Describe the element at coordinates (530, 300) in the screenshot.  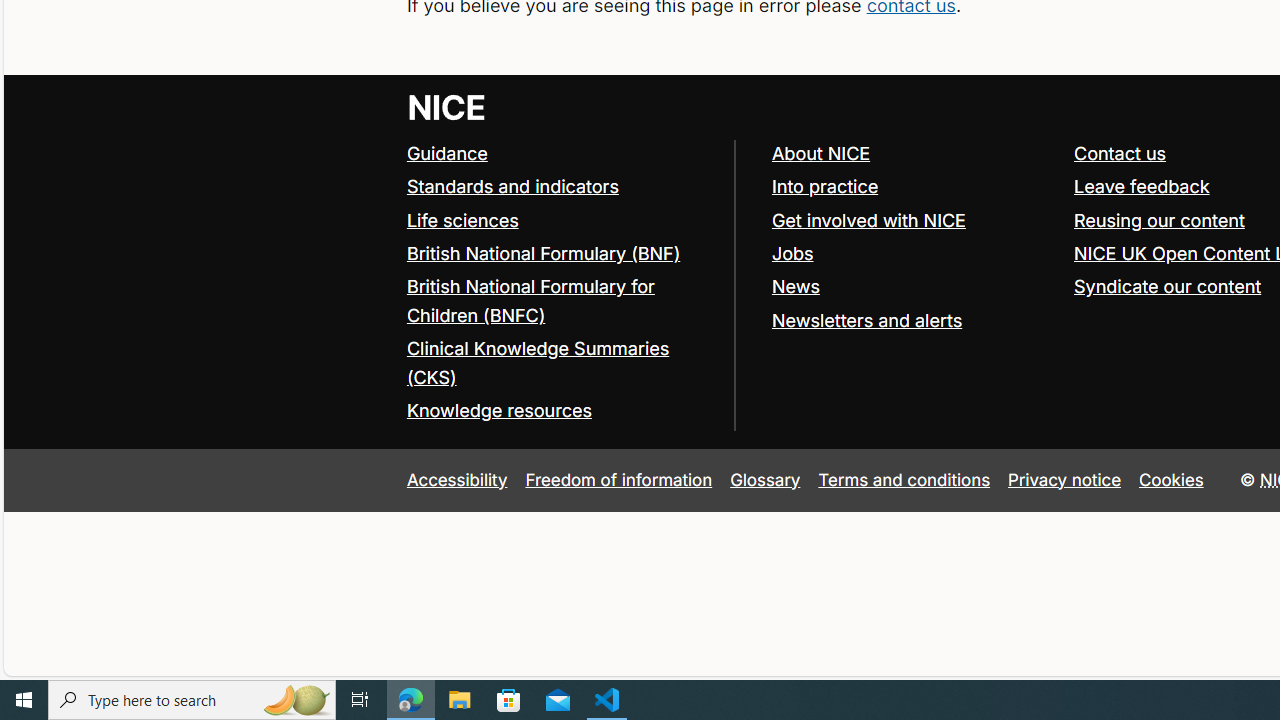
I see `'British National Formulary for Children (BNFC)'` at that location.